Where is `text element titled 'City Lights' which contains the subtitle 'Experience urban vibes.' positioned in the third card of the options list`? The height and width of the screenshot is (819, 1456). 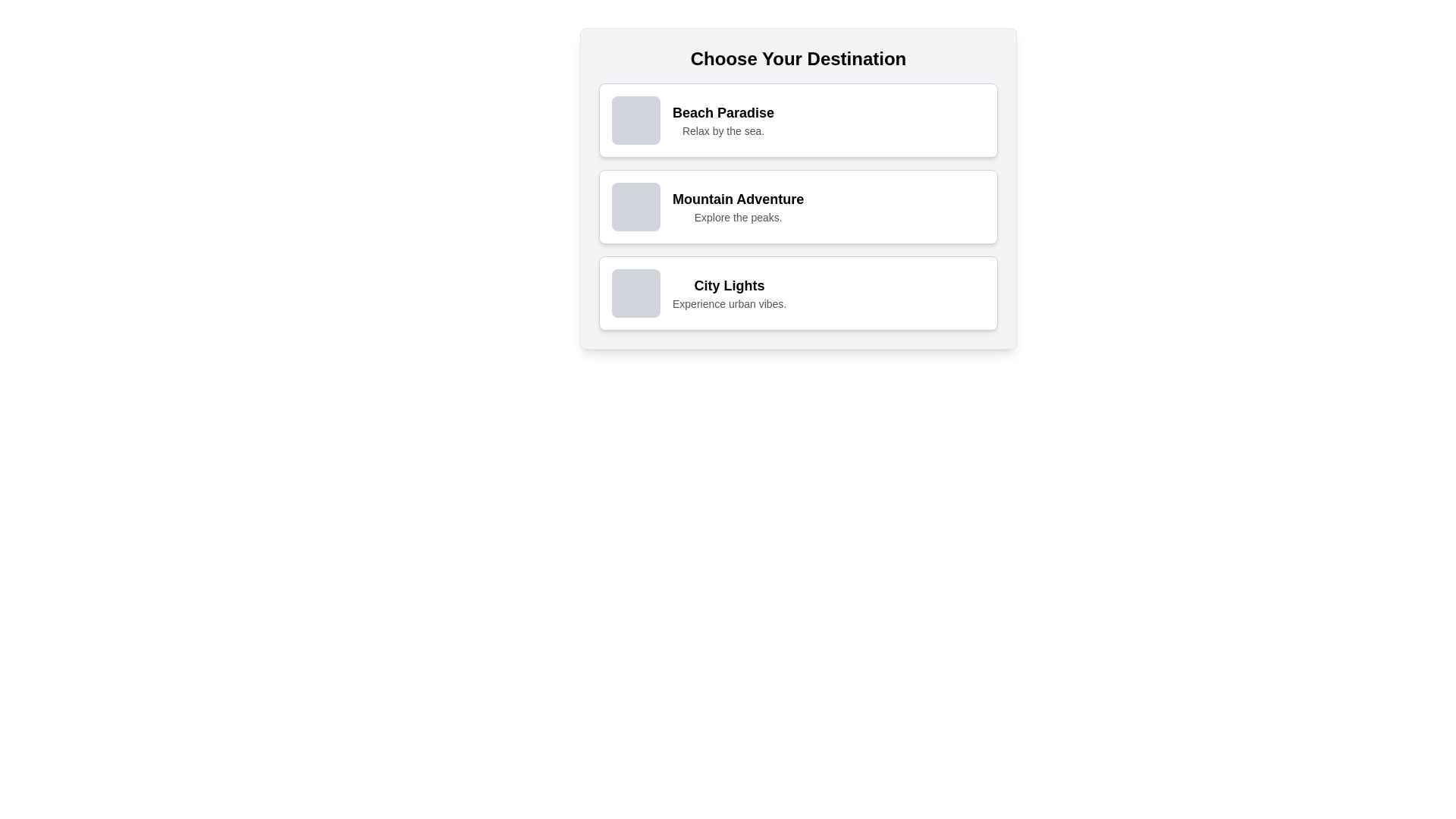 text element titled 'City Lights' which contains the subtitle 'Experience urban vibes.' positioned in the third card of the options list is located at coordinates (730, 293).